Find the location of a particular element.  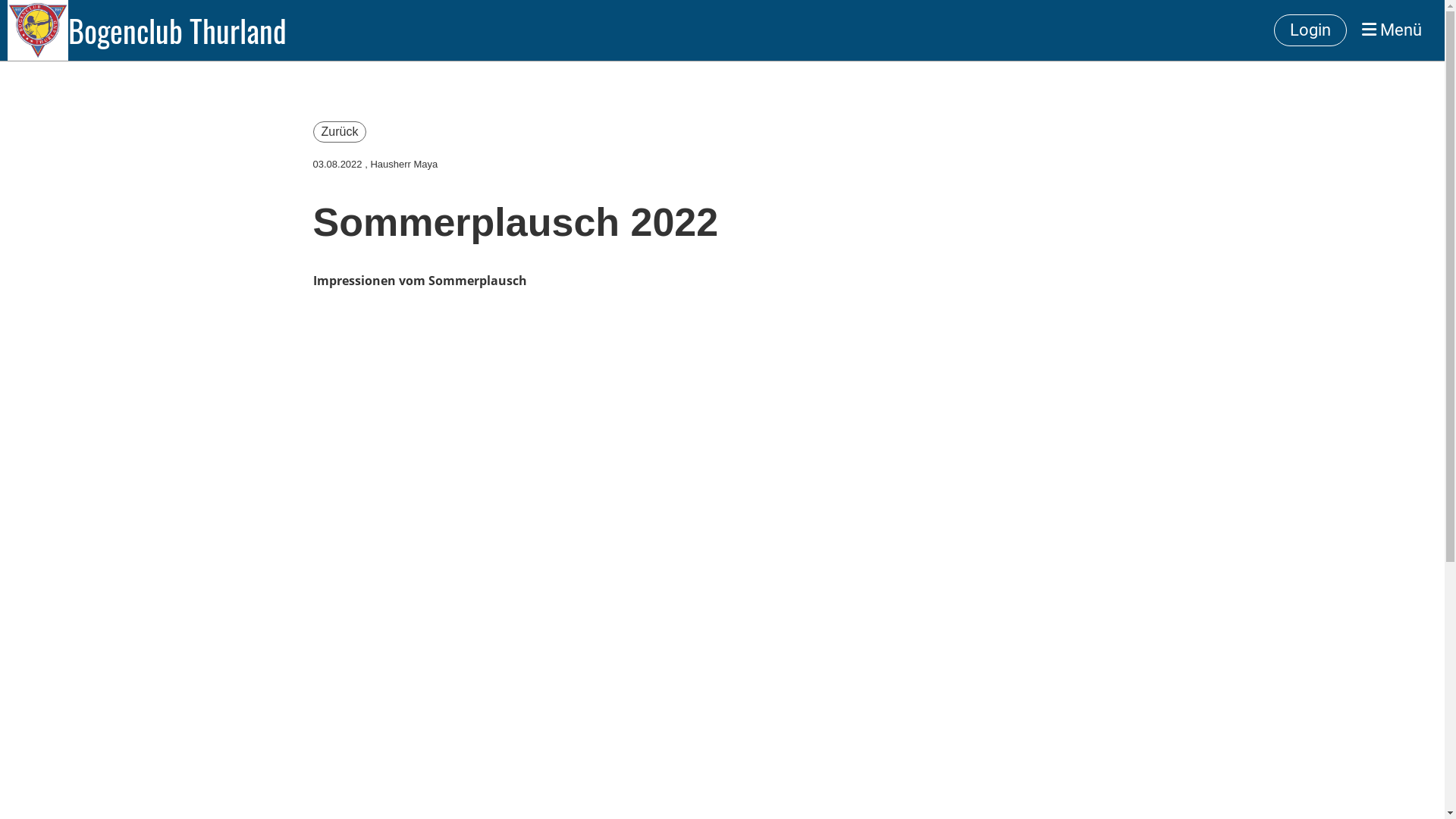

'Login' is located at coordinates (1274, 30).